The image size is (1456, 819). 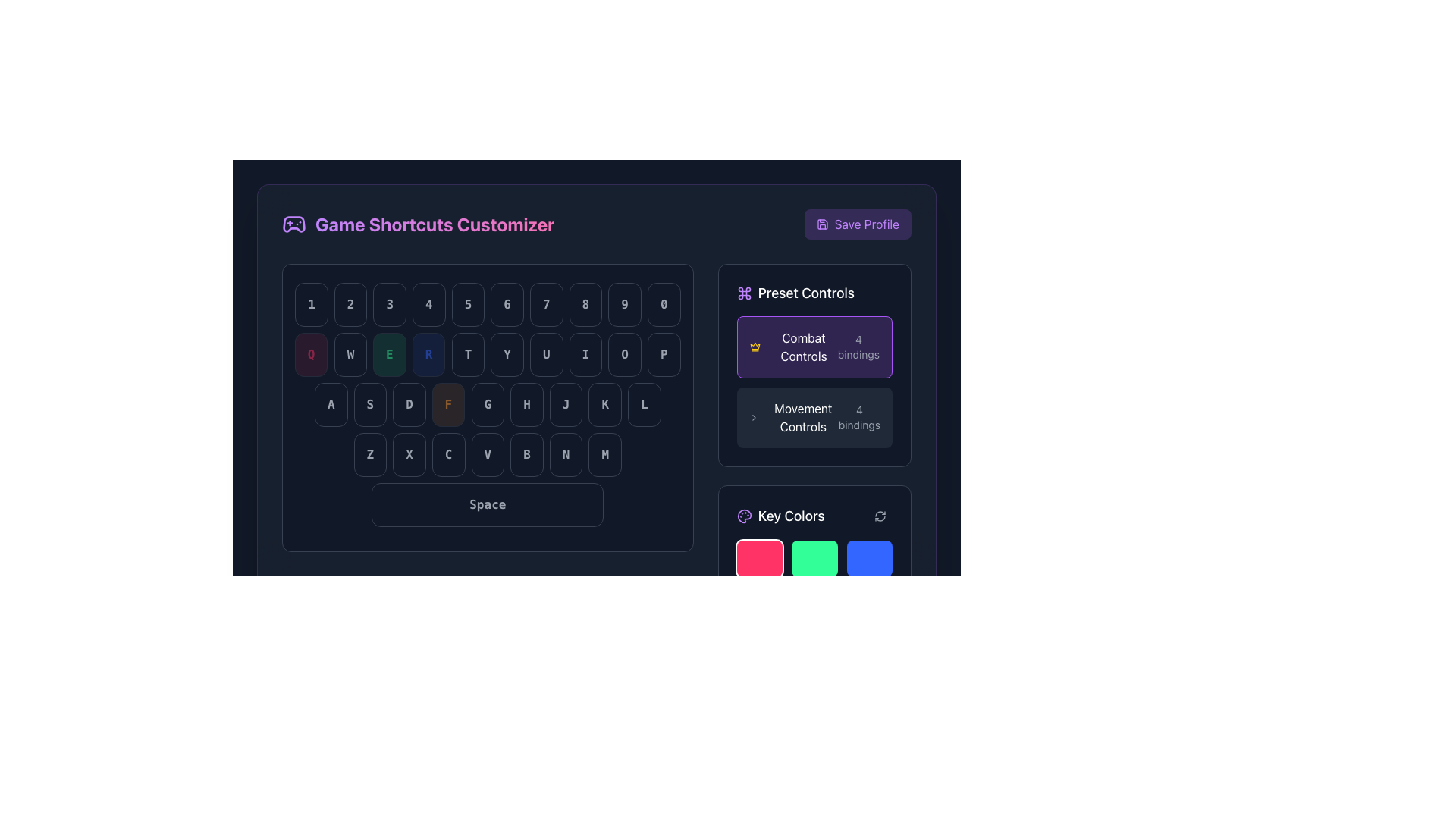 What do you see at coordinates (664, 354) in the screenshot?
I see `the rectangular button with rounded corners that has a dark blue background and the letter 'P' in light gray text, positioned at the top-right side of the virtual keyboard` at bounding box center [664, 354].